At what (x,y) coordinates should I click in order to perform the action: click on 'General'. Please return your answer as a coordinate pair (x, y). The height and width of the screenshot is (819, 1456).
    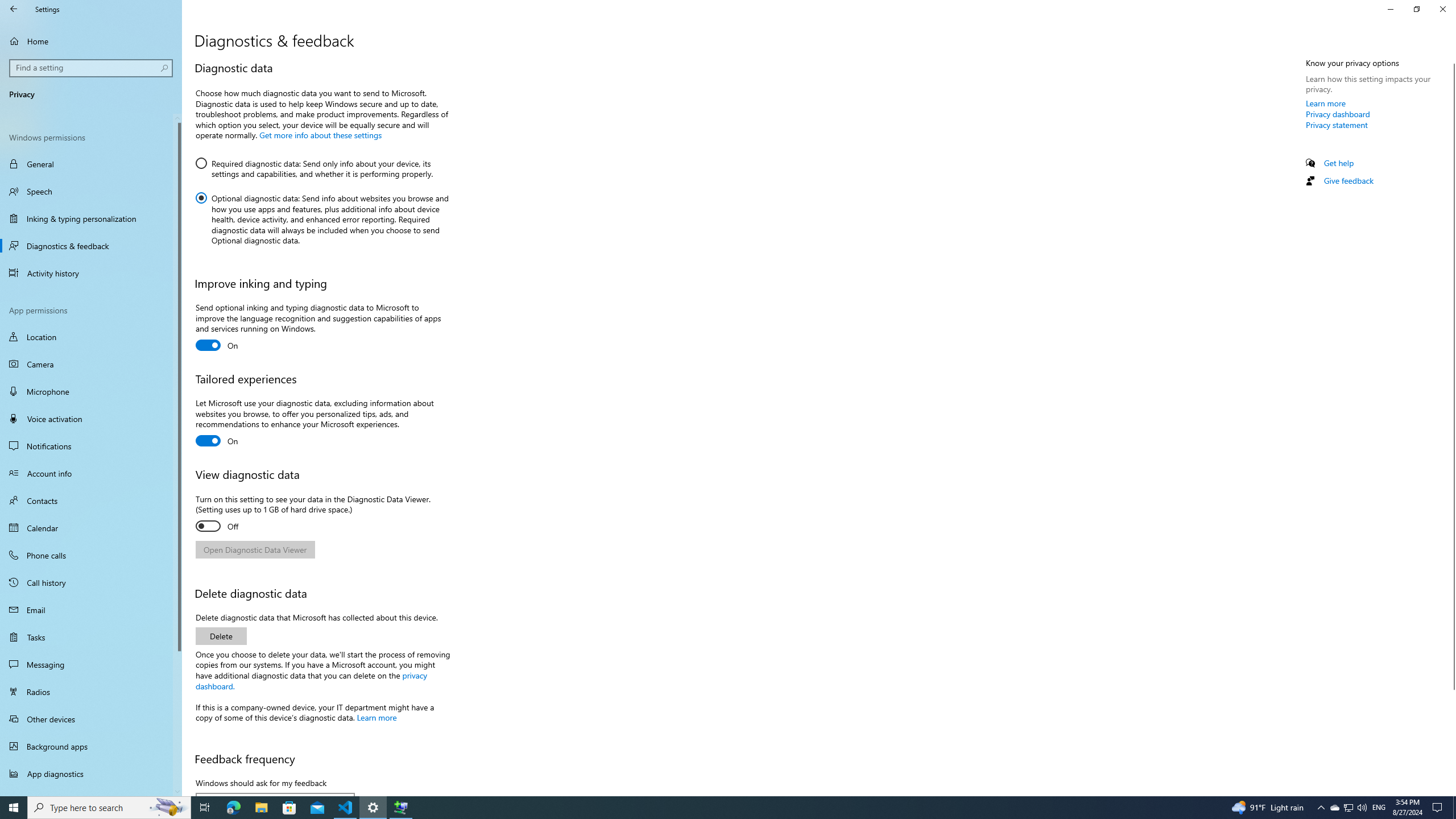
    Looking at the image, I should click on (90, 163).